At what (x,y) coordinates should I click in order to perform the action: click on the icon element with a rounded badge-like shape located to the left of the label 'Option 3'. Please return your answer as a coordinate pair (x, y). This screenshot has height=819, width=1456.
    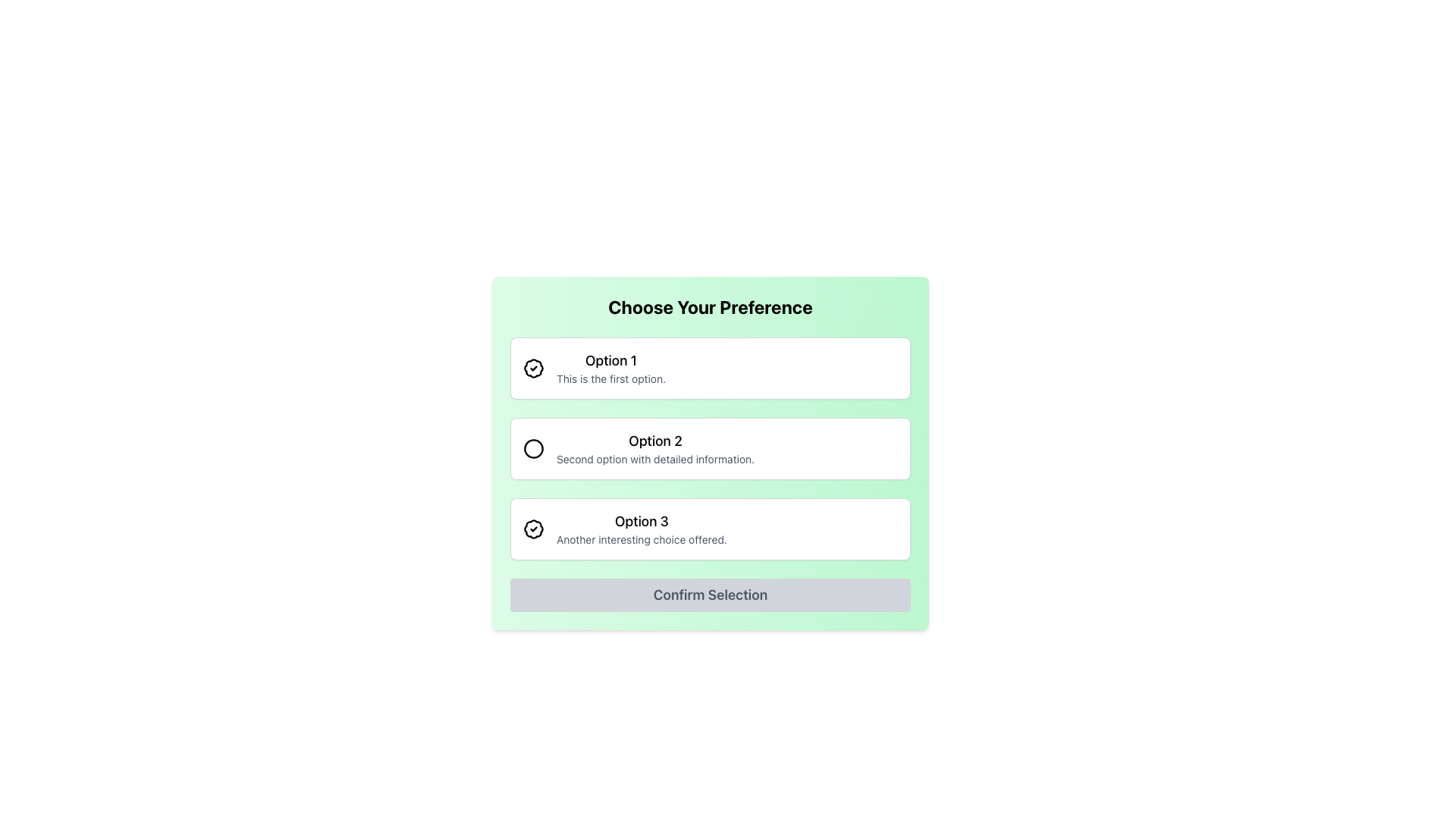
    Looking at the image, I should click on (534, 529).